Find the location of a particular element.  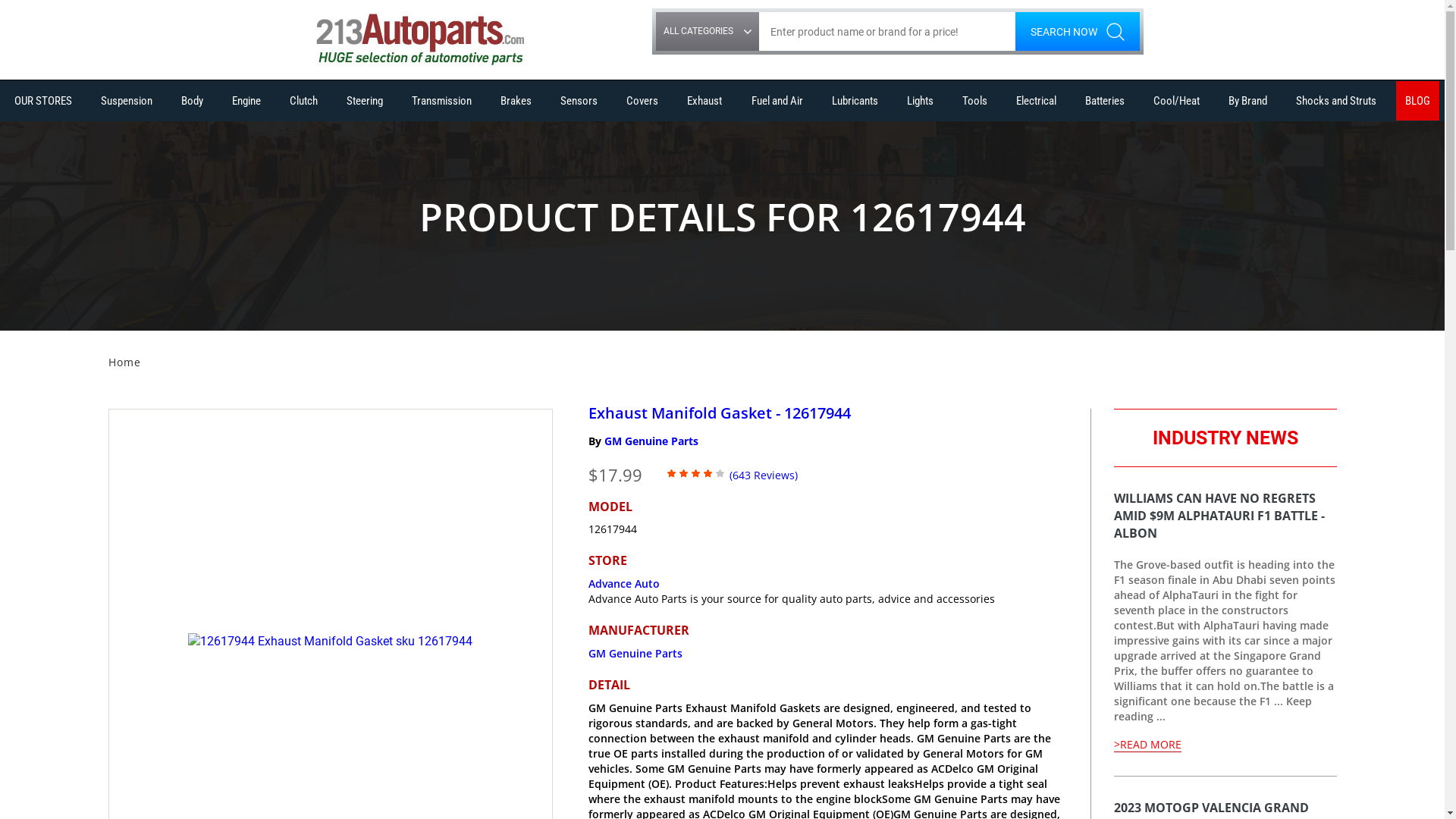

'Exhaust' is located at coordinates (704, 100).